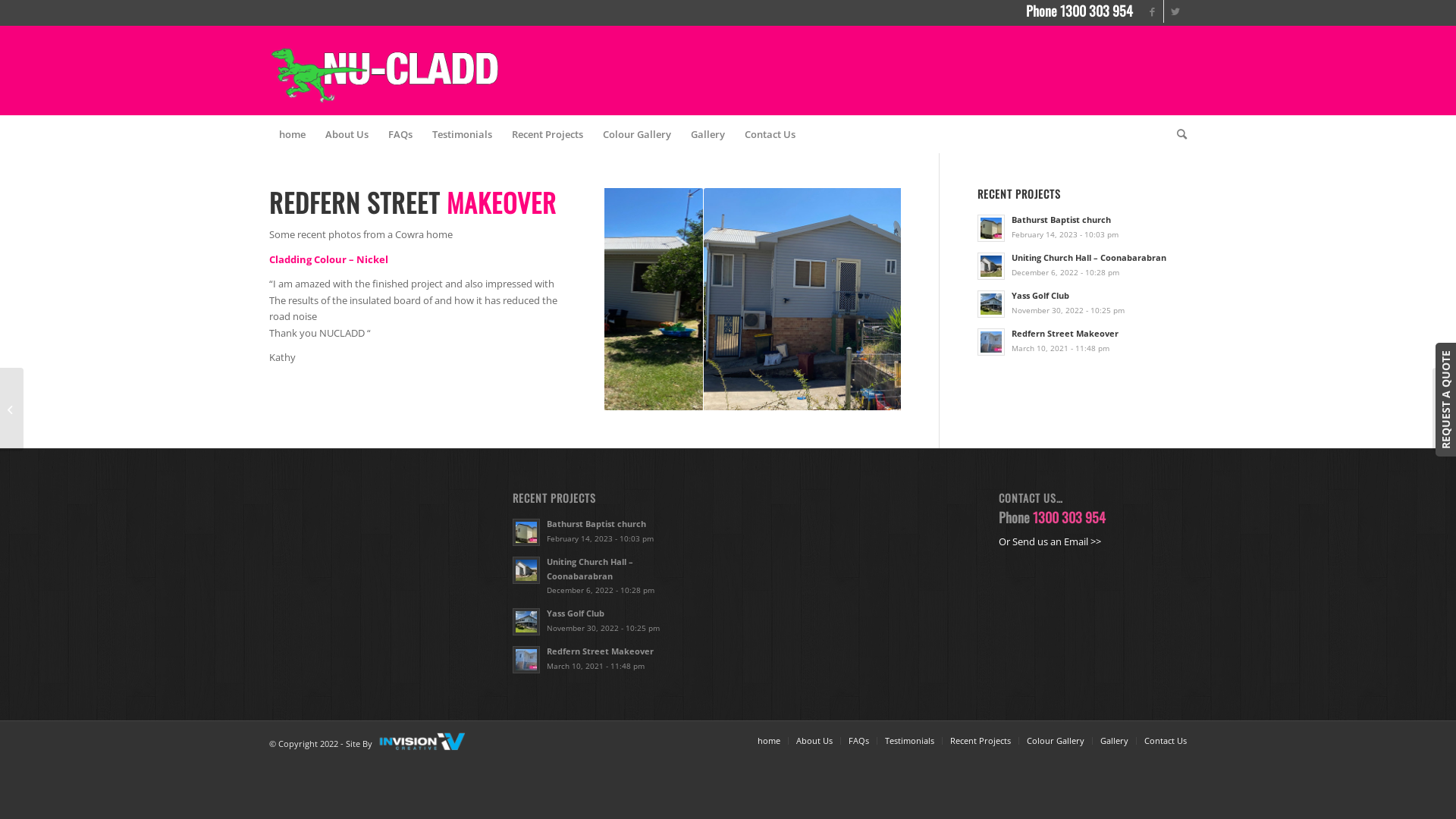  I want to click on 'home', so click(292, 133).